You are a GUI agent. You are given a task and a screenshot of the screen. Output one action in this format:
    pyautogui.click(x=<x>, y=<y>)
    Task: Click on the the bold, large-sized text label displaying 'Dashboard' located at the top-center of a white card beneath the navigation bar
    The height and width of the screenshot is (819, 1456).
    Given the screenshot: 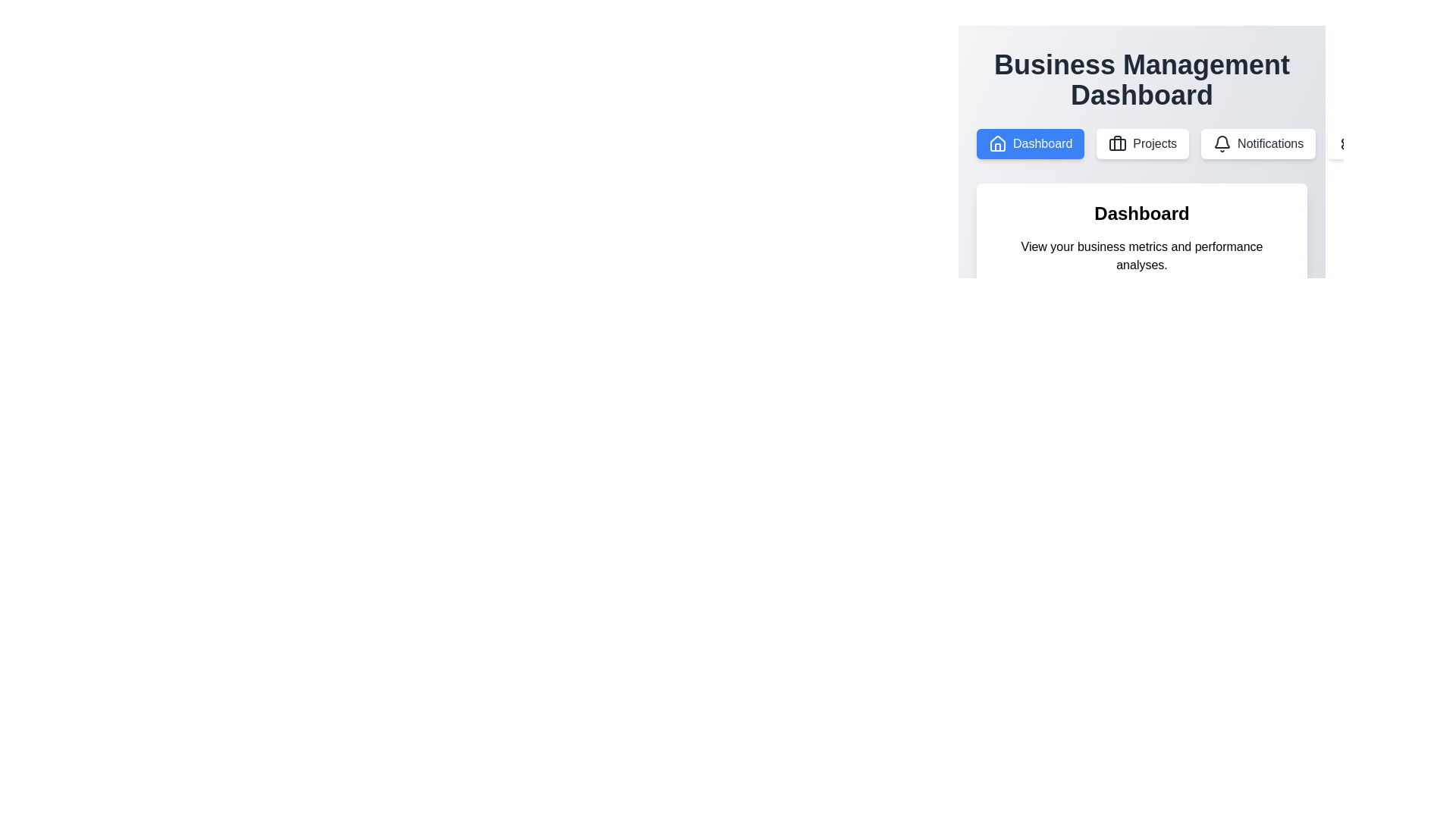 What is the action you would take?
    pyautogui.click(x=1142, y=213)
    